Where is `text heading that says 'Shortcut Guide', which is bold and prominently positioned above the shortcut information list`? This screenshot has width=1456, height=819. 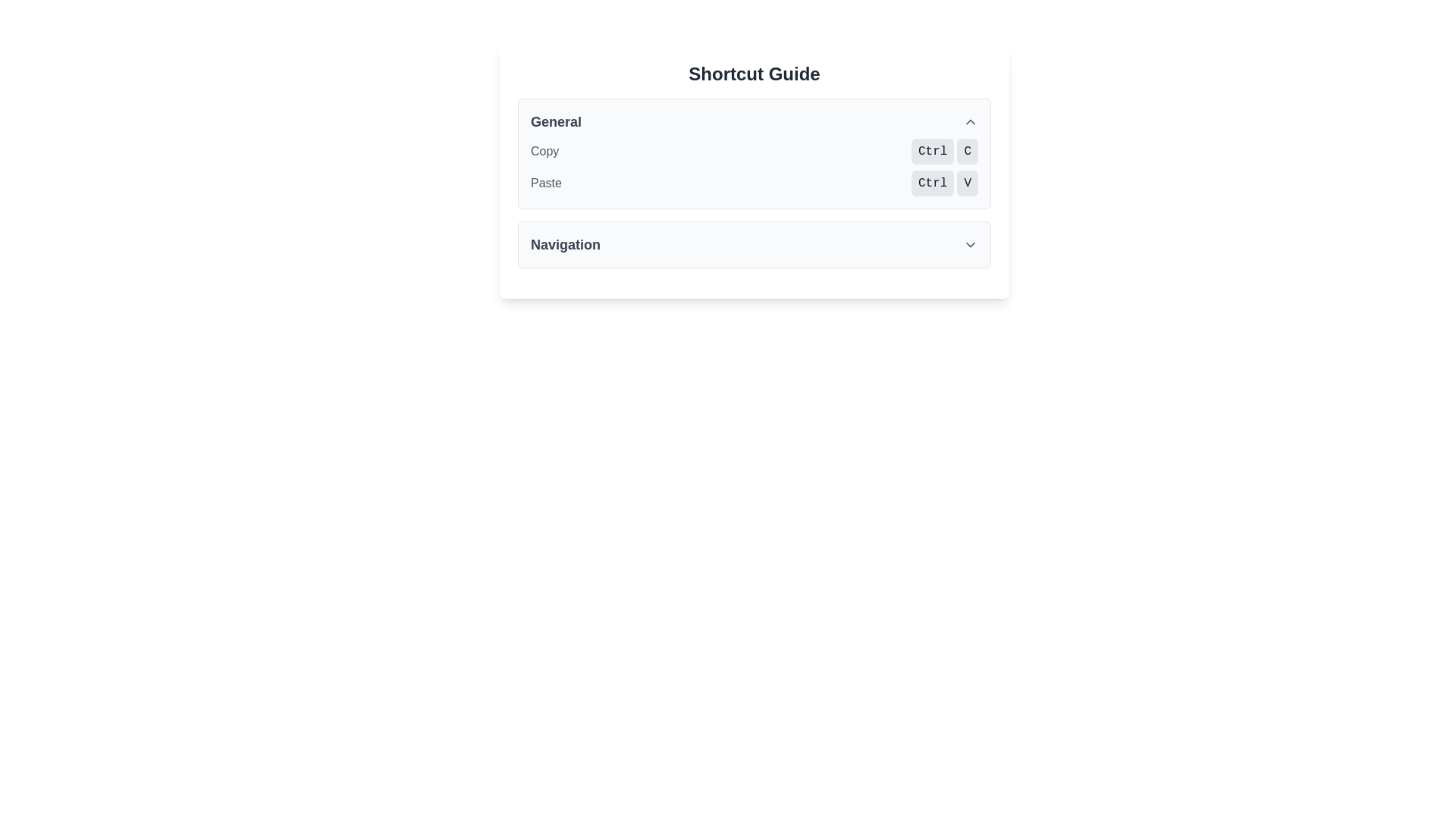 text heading that says 'Shortcut Guide', which is bold and prominently positioned above the shortcut information list is located at coordinates (754, 74).